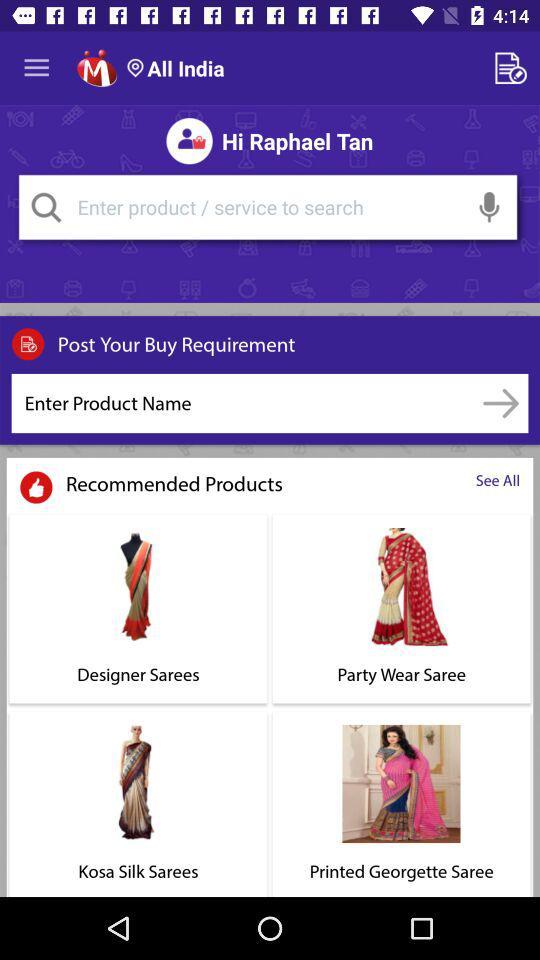  I want to click on open home page, so click(96, 68).